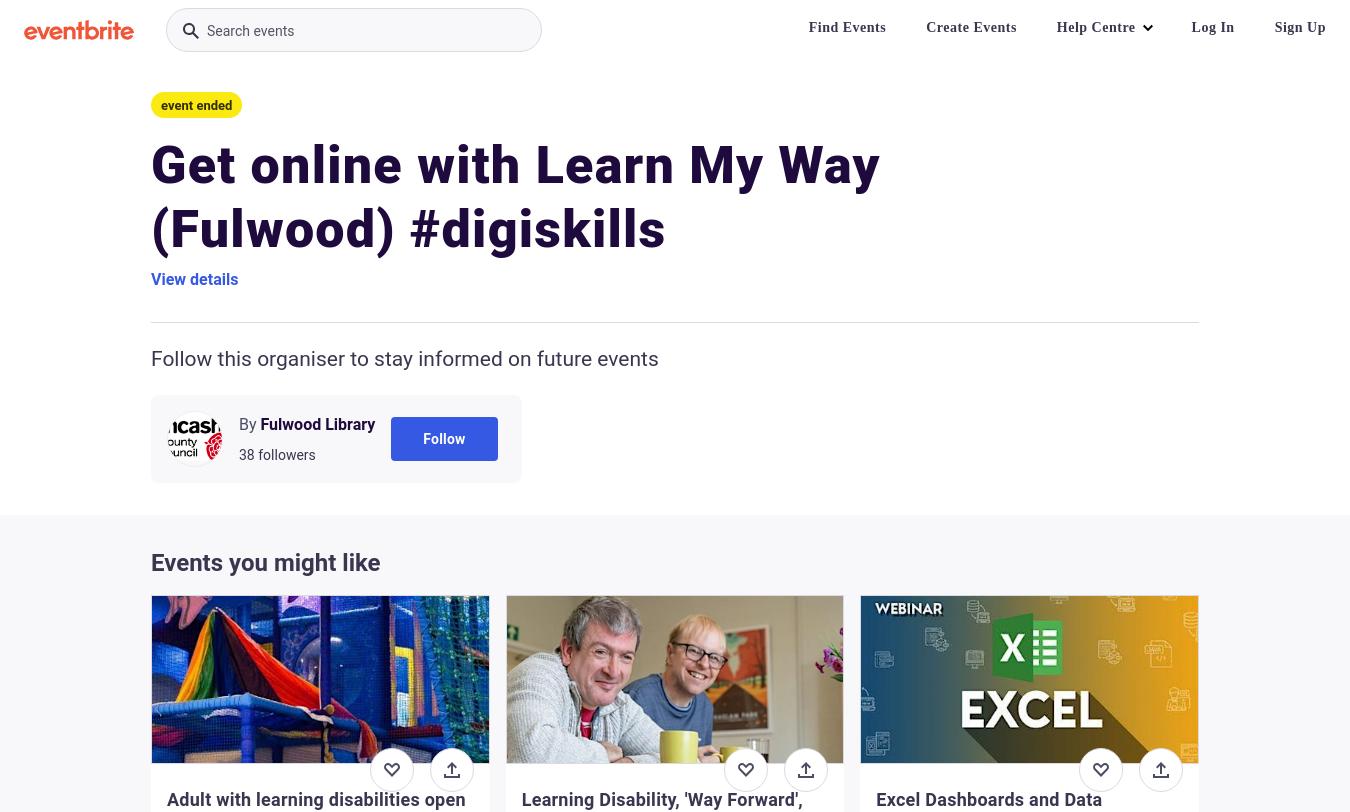  Describe the element at coordinates (237, 424) in the screenshot. I see `'By'` at that location.